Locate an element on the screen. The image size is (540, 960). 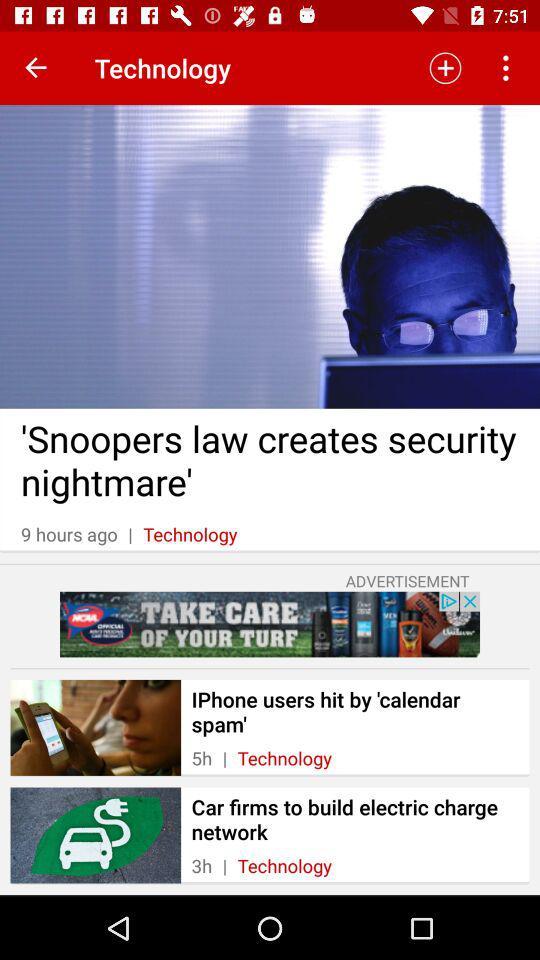
advertisement bar is located at coordinates (270, 623).